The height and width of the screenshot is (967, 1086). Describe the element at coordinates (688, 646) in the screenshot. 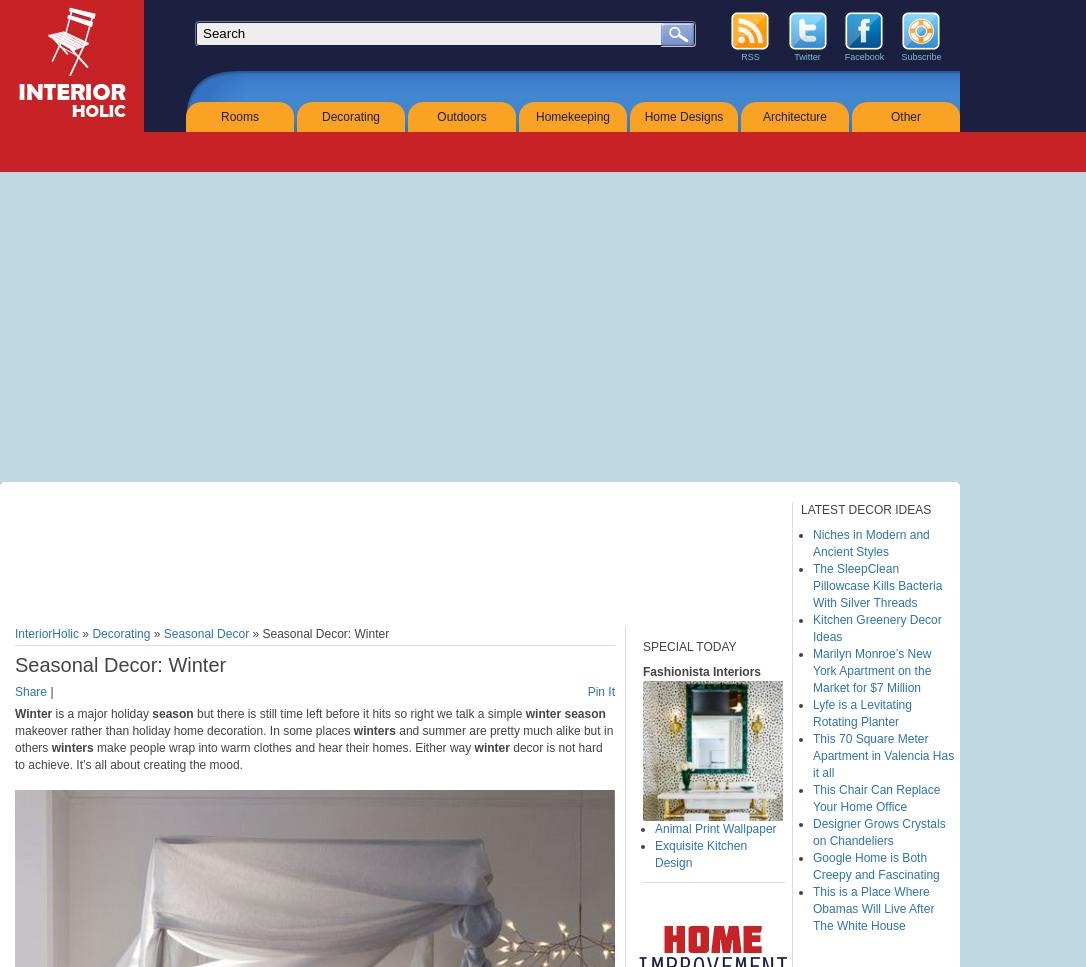

I see `'Special Today'` at that location.